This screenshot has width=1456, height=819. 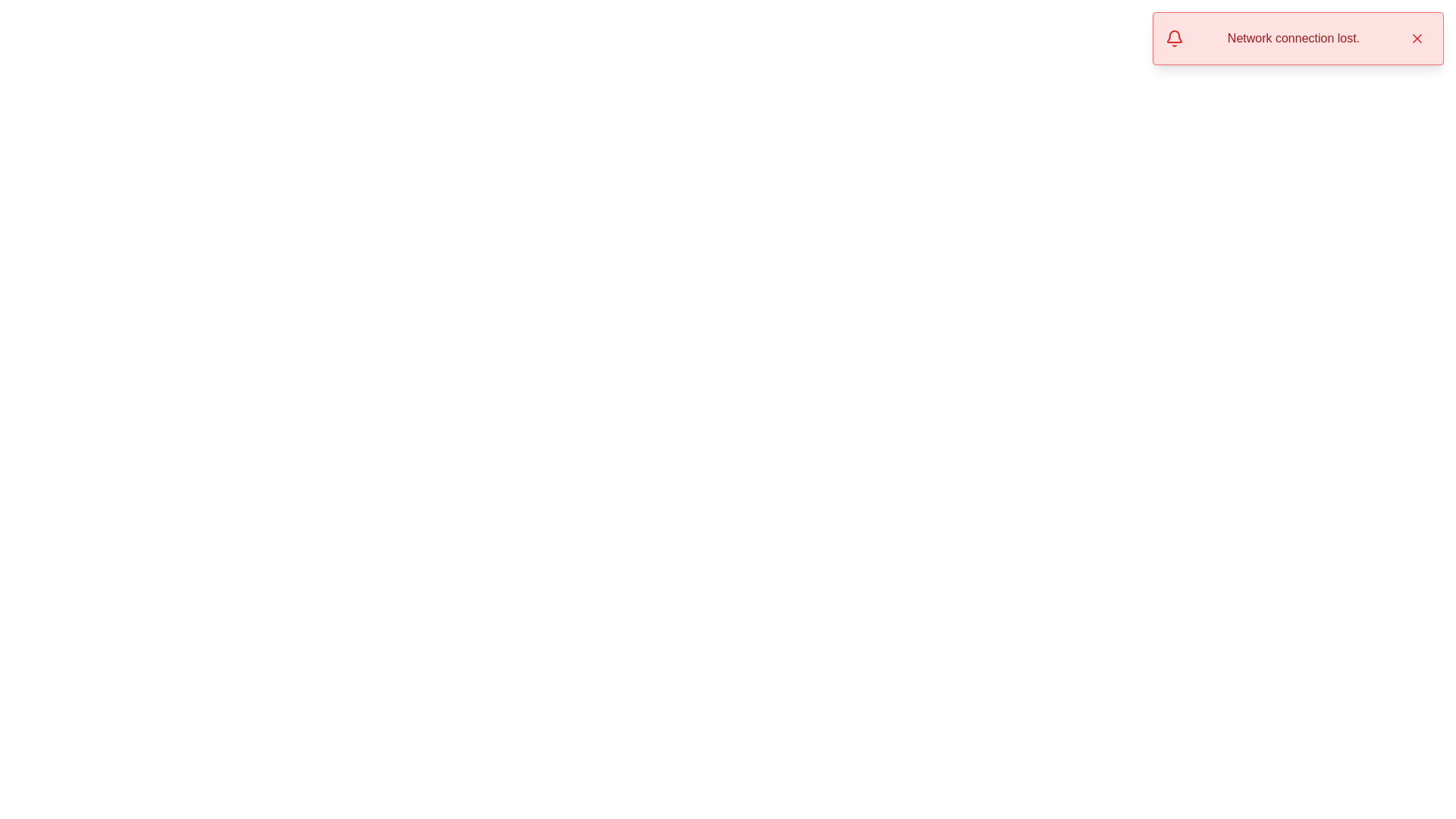 What do you see at coordinates (1416, 37) in the screenshot?
I see `the red 'X' Close button represented as an SVG graphic` at bounding box center [1416, 37].